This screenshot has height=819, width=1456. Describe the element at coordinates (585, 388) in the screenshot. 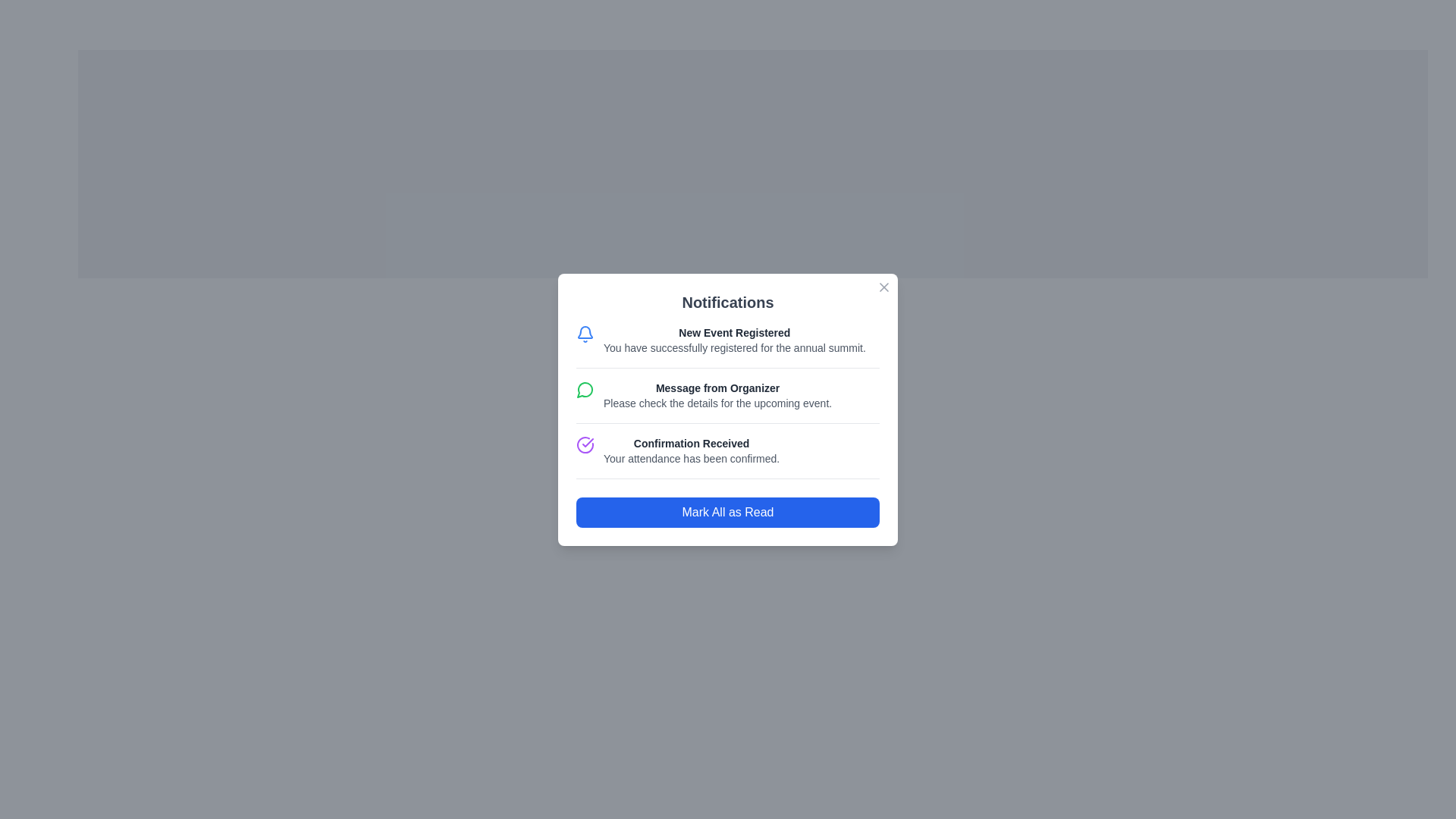

I see `the notification icon located to the left of the text 'Message from Organizer' in the notification section` at that location.